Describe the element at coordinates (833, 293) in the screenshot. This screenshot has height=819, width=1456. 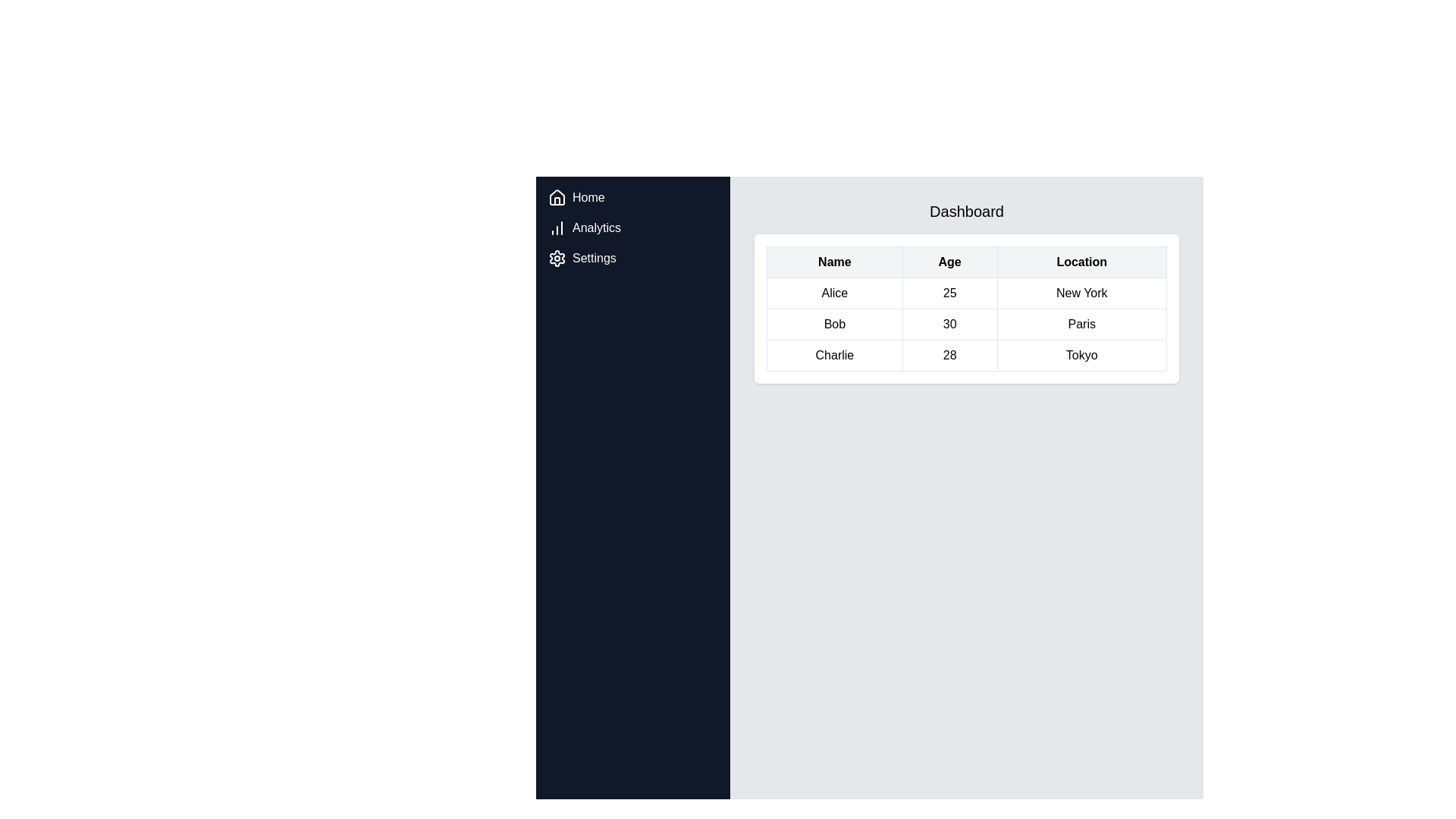
I see `the Text Label displaying the name 'Alice', which is located in the first row and first column of a table structure labeled with headers 'Name', 'Age', and 'Location'` at that location.